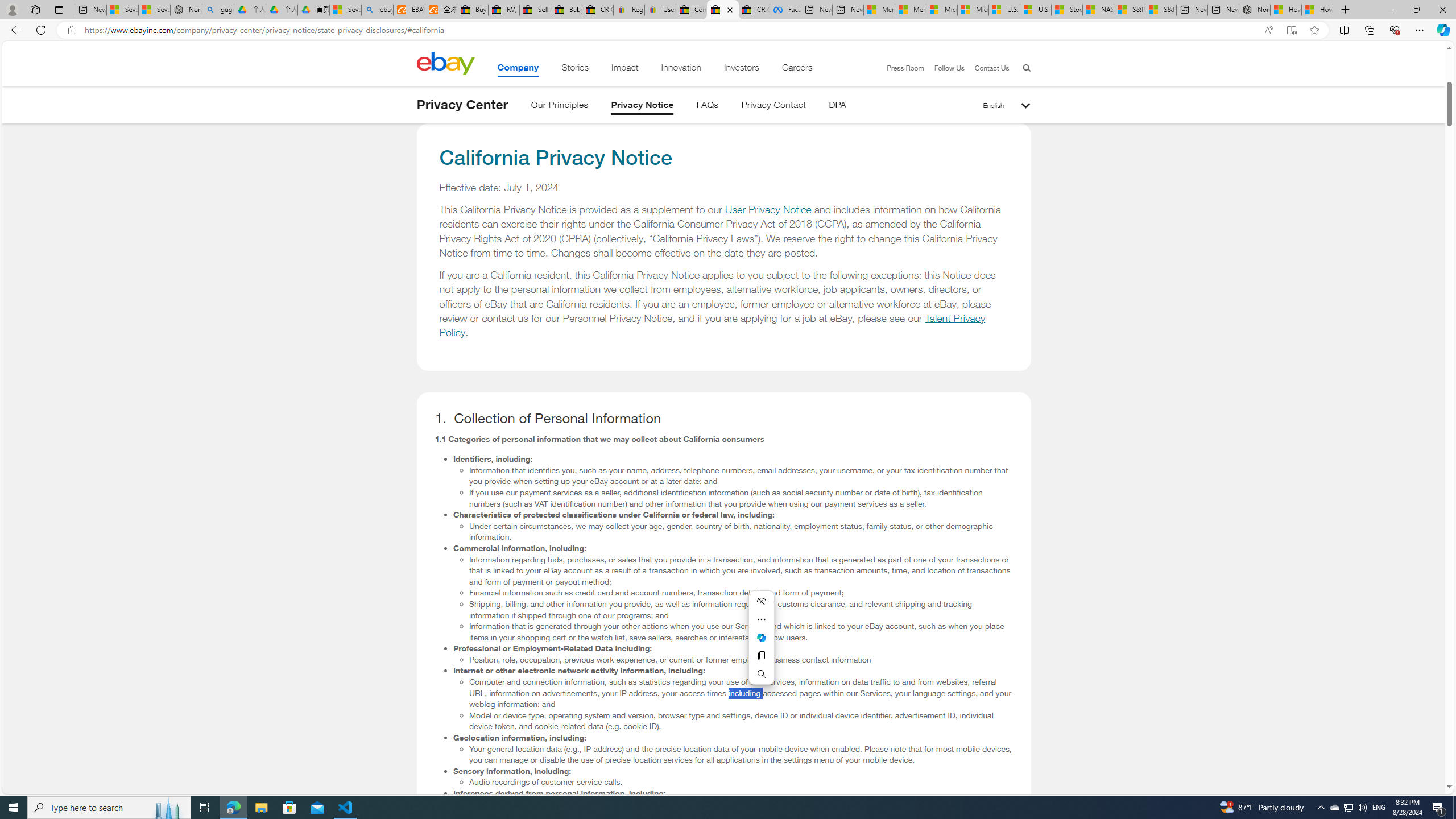 This screenshot has width=1456, height=819. Describe the element at coordinates (218, 9) in the screenshot. I see `'guge yunpan - Search'` at that location.